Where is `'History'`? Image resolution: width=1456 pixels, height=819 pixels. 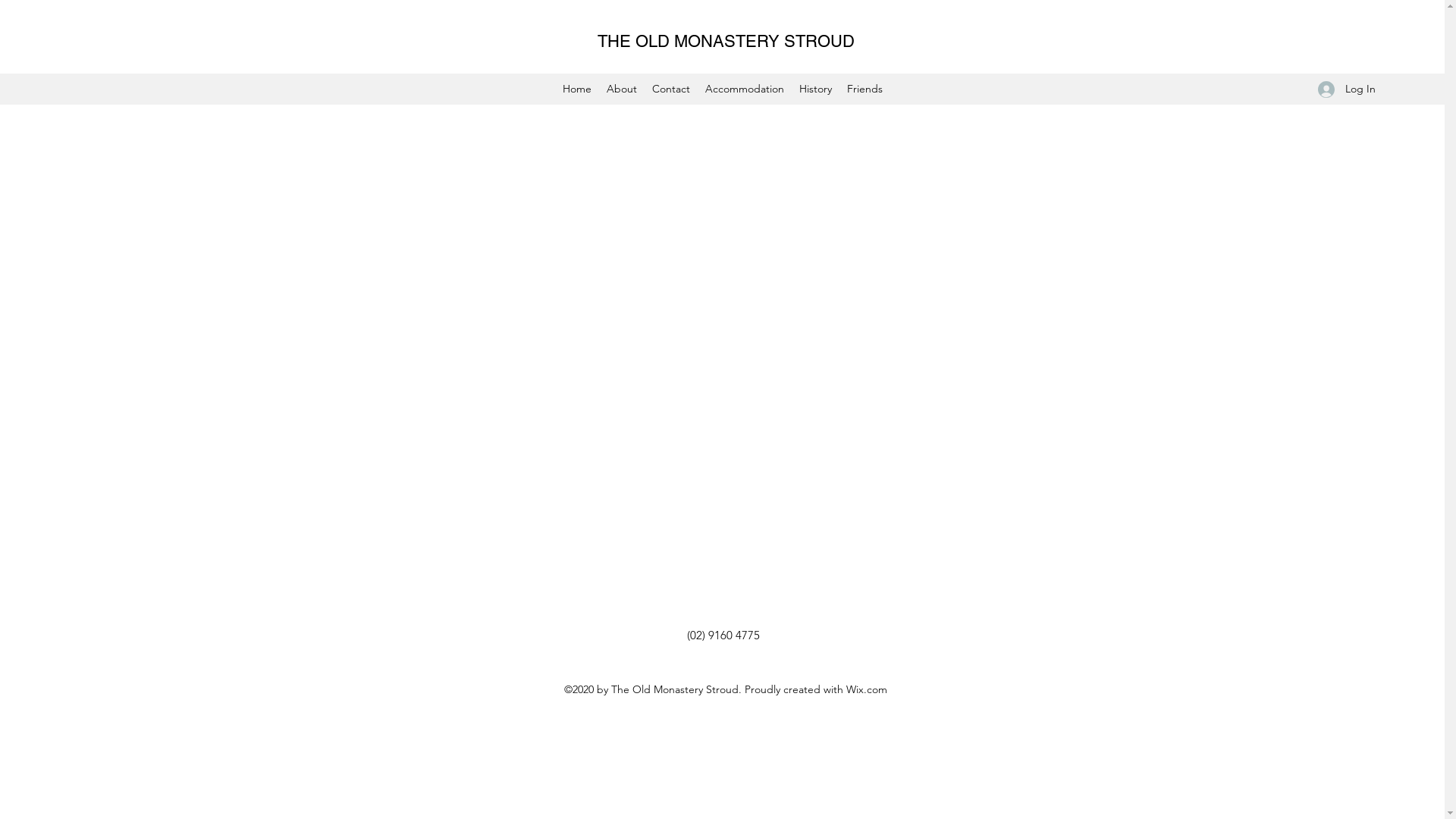 'History' is located at coordinates (814, 89).